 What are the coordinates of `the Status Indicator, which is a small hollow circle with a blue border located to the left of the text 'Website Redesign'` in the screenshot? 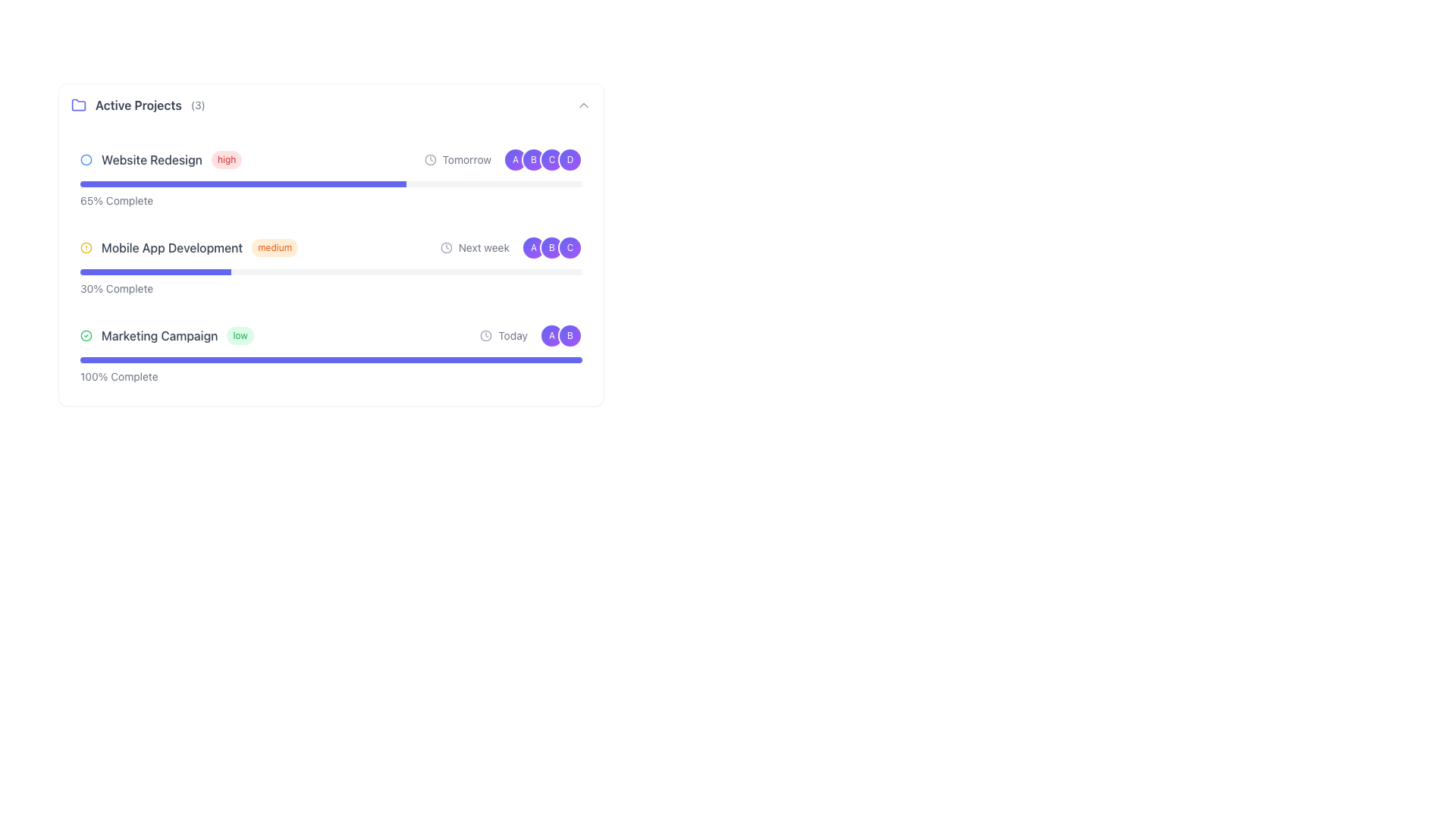 It's located at (86, 160).